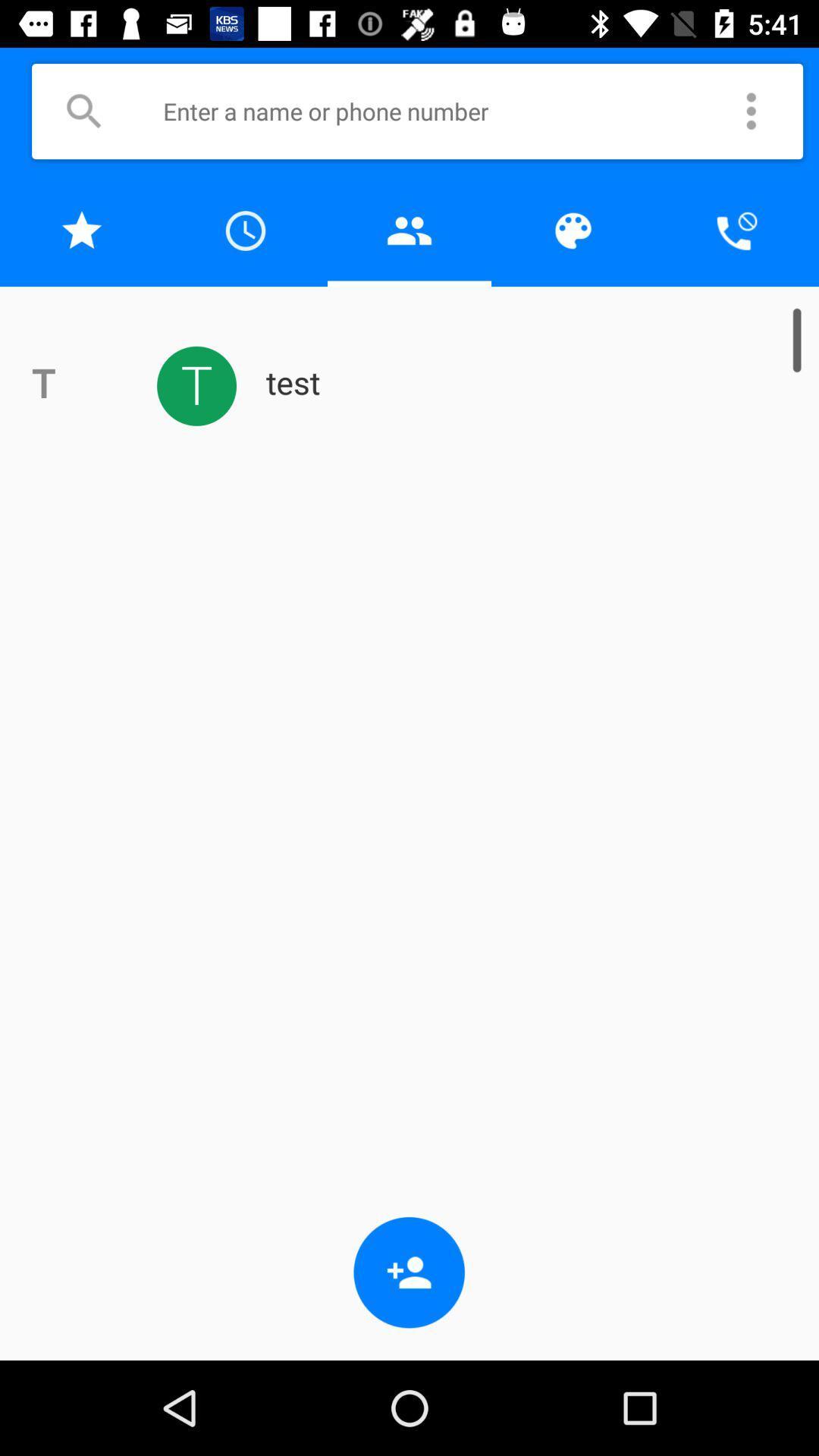 Image resolution: width=819 pixels, height=1456 pixels. I want to click on the app above the test item, so click(409, 230).